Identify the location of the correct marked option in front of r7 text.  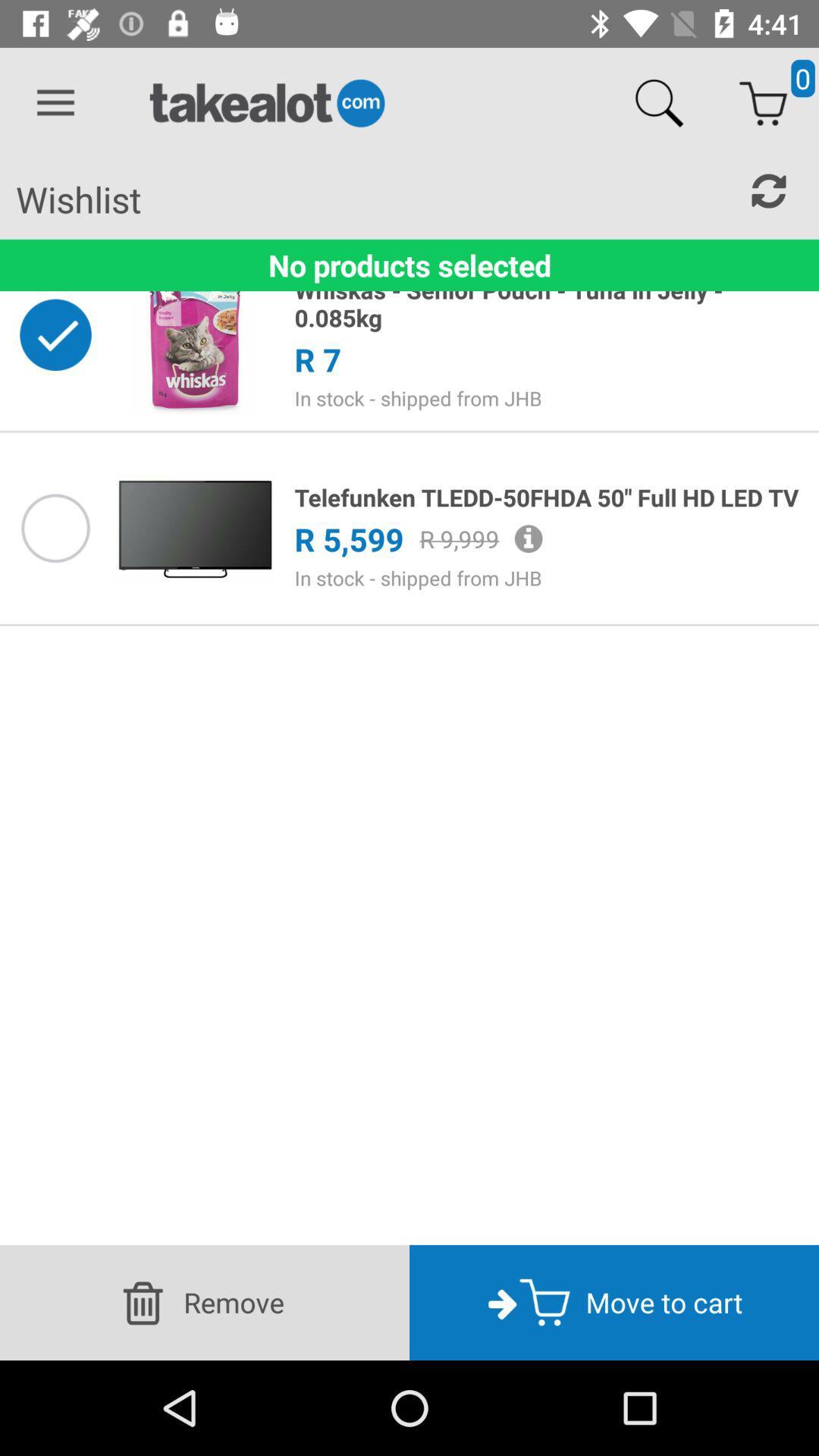
(55, 334).